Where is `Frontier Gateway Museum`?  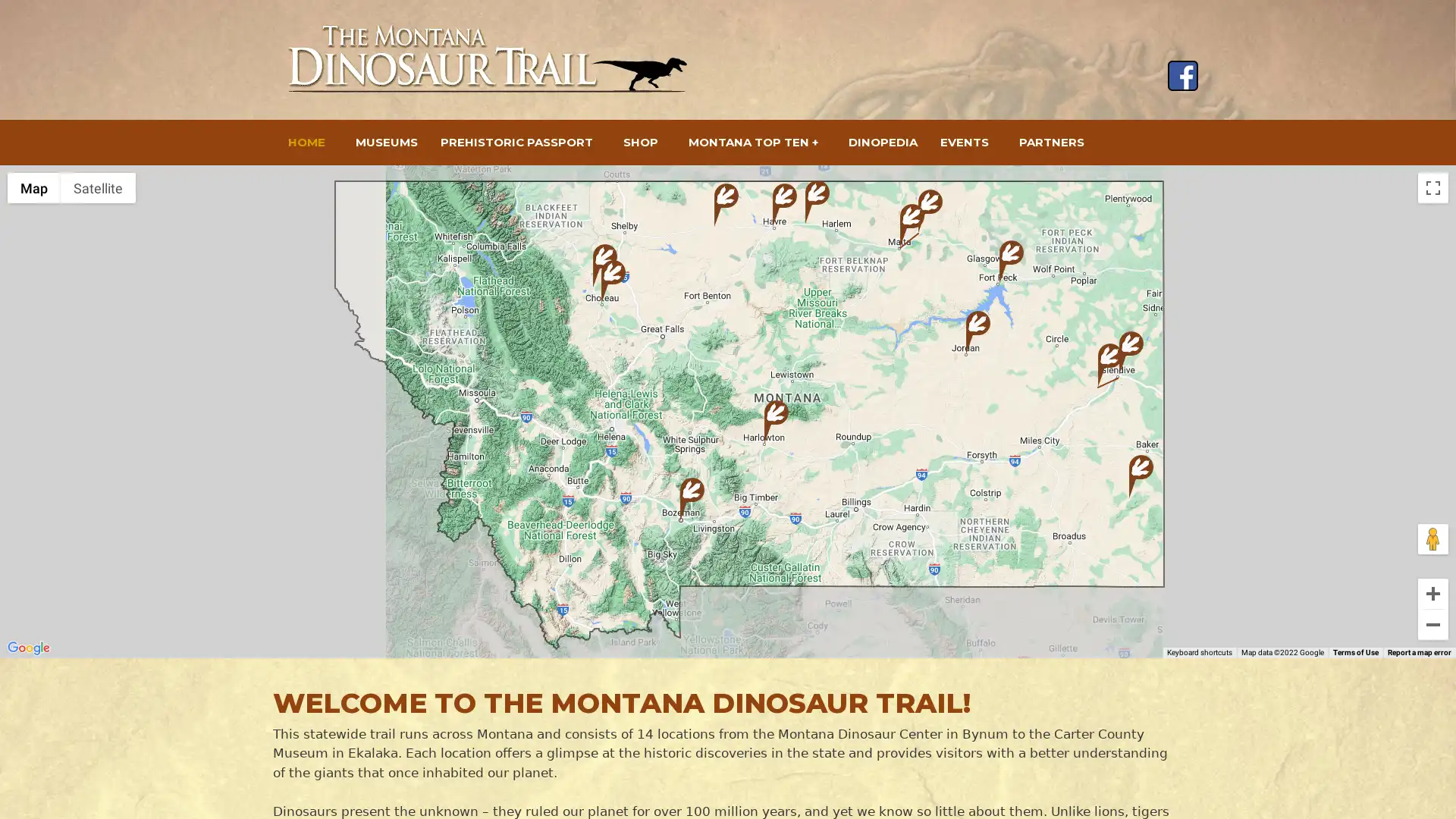
Frontier Gateway Museum is located at coordinates (1131, 353).